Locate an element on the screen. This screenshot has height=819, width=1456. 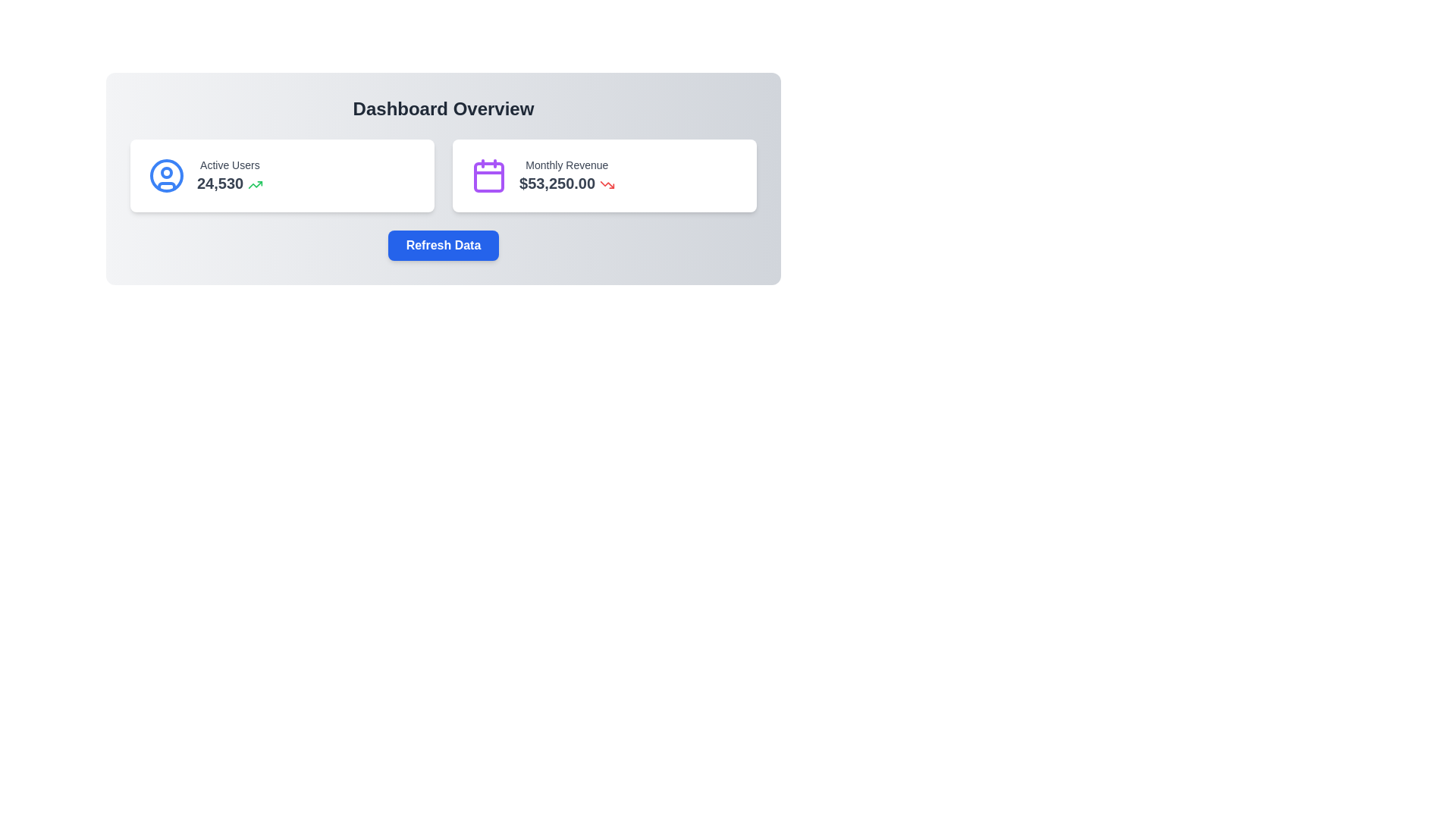
the small green upward trending arrow icon located to the right of the numeric text '24,530' in the 'Active Users' card on the dashboard is located at coordinates (255, 184).